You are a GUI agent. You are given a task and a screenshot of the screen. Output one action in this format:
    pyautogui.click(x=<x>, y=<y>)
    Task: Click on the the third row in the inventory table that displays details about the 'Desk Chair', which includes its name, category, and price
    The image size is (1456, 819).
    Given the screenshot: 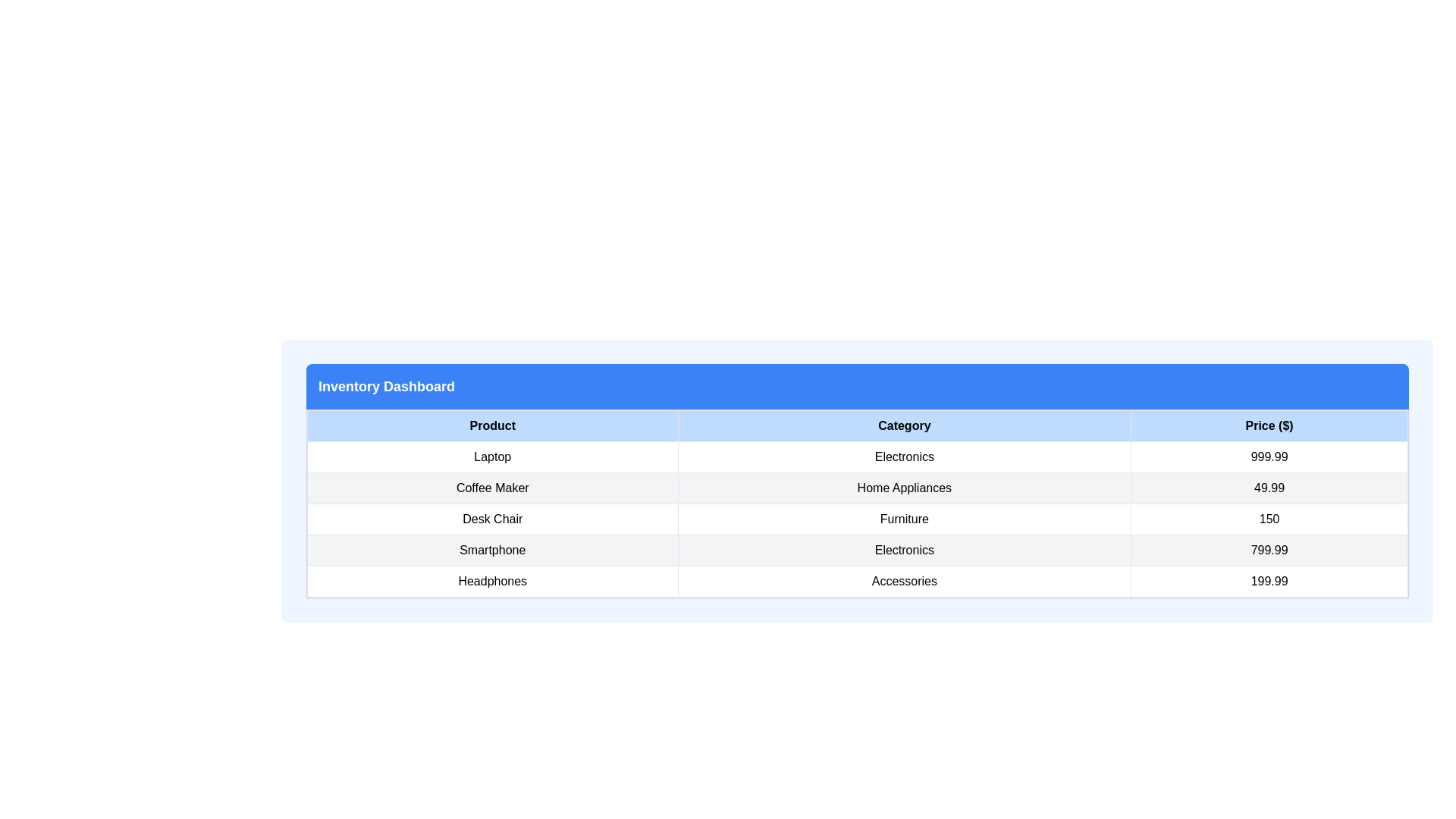 What is the action you would take?
    pyautogui.click(x=858, y=519)
    